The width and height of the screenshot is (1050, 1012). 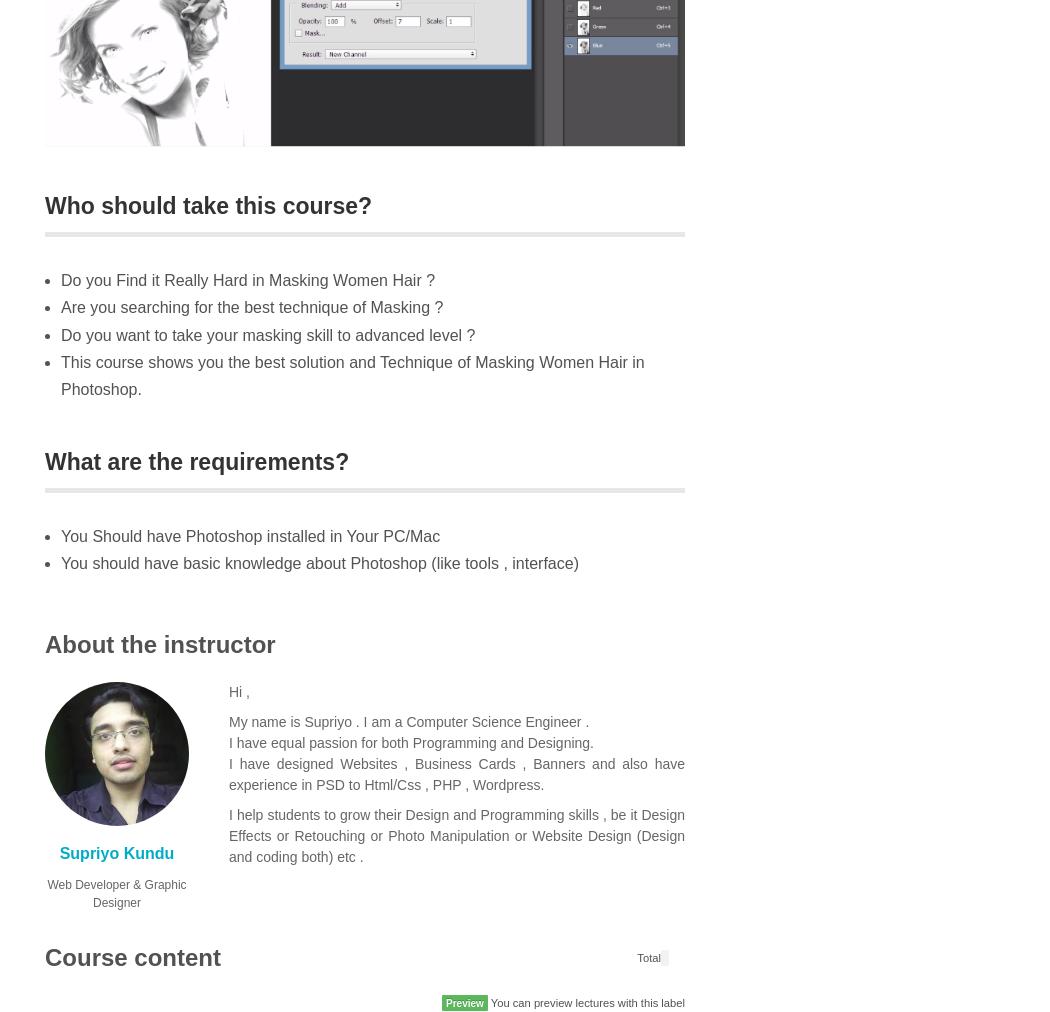 What do you see at coordinates (319, 562) in the screenshot?
I see `'You should have basic knowledge about Photoshop (like tools , interface)'` at bounding box center [319, 562].